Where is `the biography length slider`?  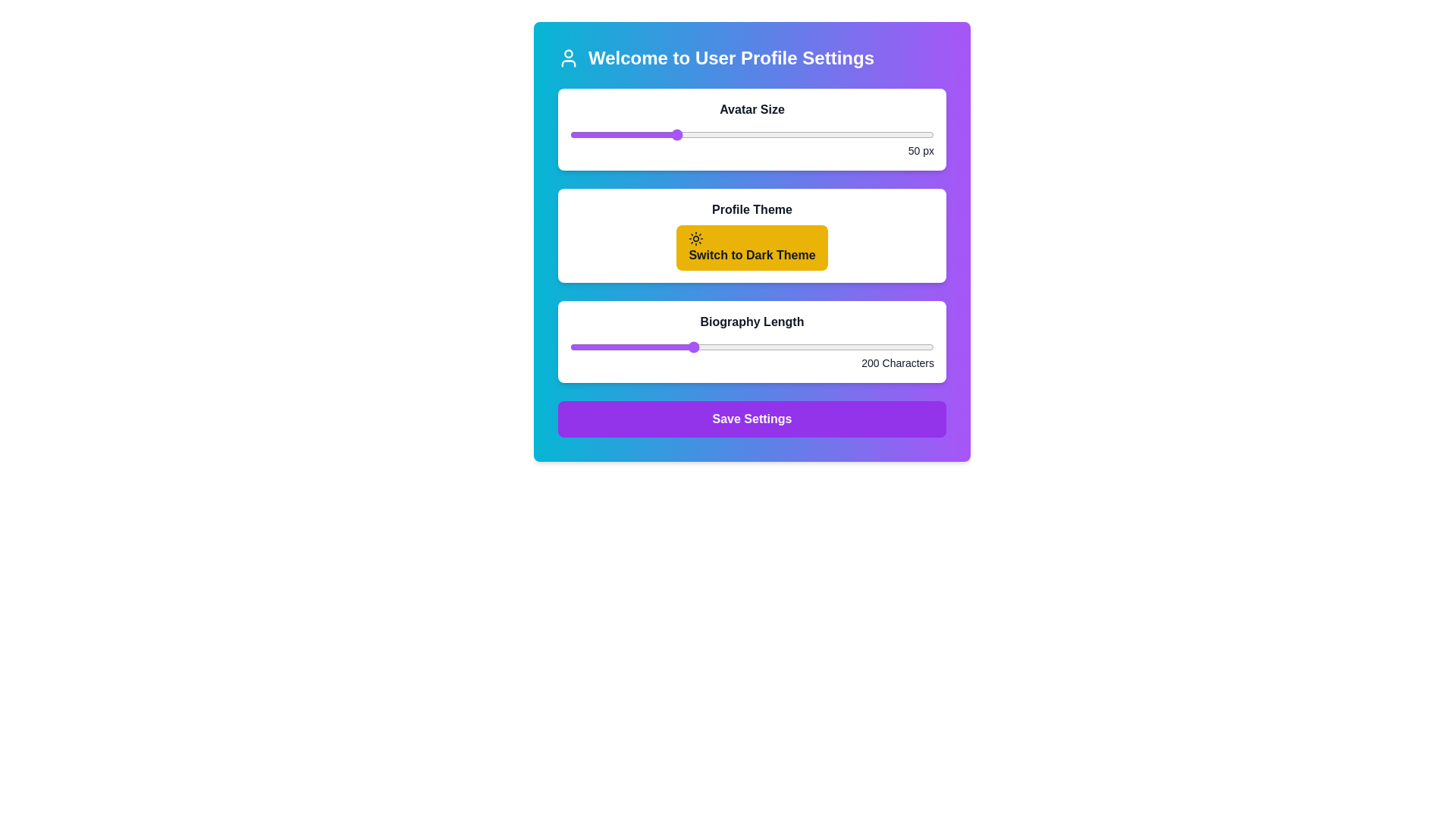 the biography length slider is located at coordinates (613, 347).